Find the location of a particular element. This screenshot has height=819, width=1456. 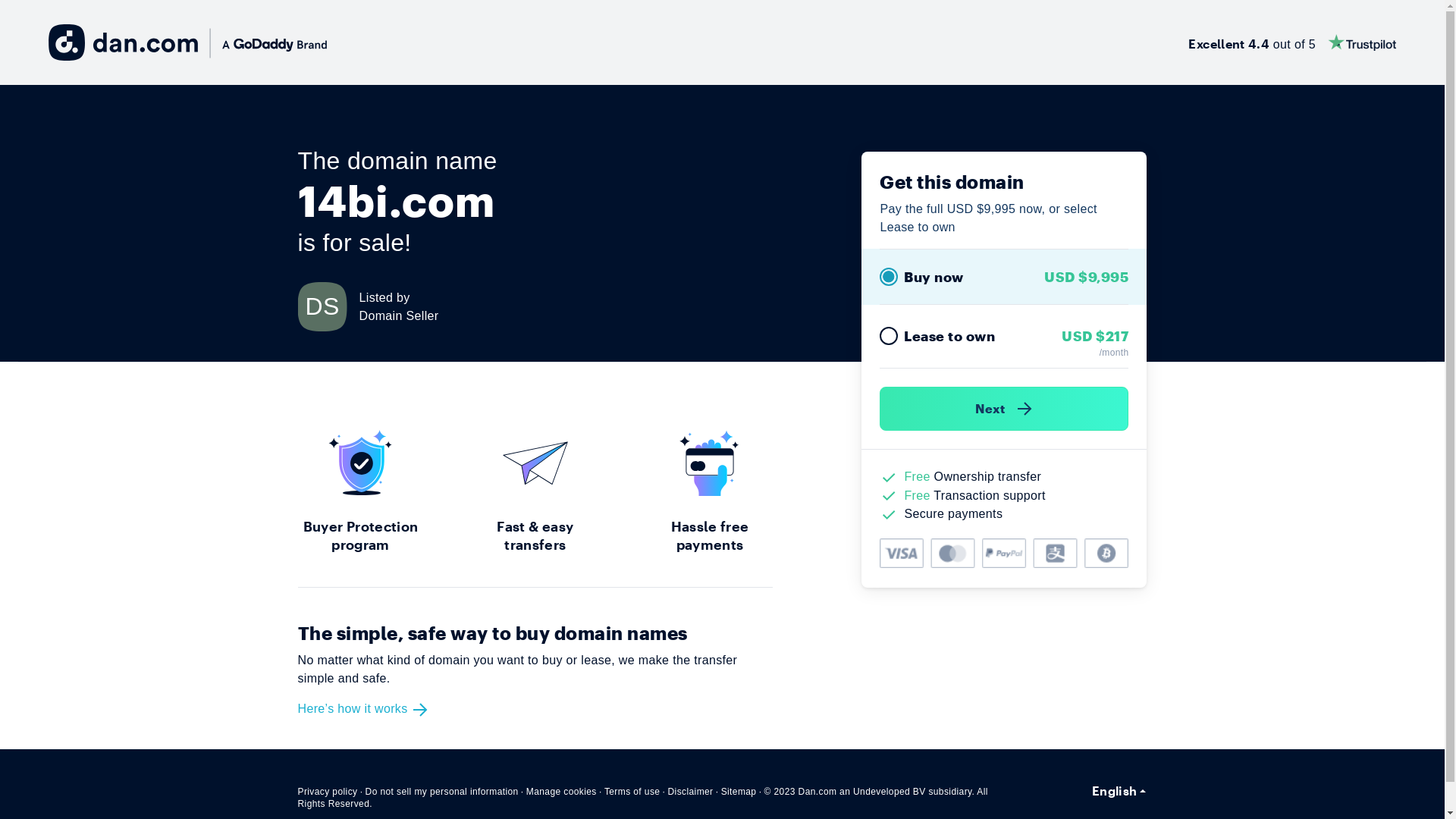

'Next is located at coordinates (1004, 408).